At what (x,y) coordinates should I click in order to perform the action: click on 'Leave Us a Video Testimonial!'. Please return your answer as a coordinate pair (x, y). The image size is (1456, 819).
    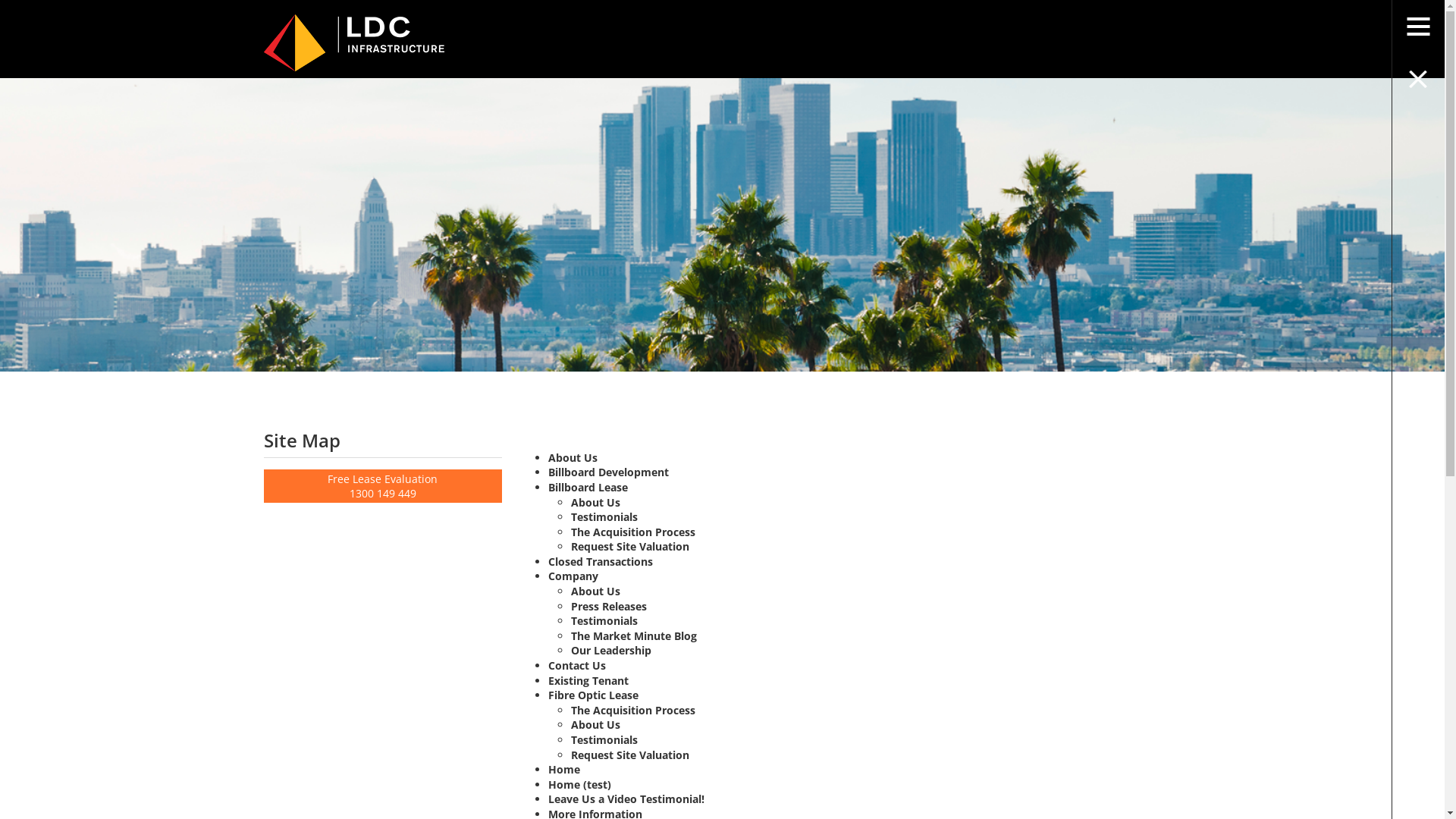
    Looking at the image, I should click on (626, 798).